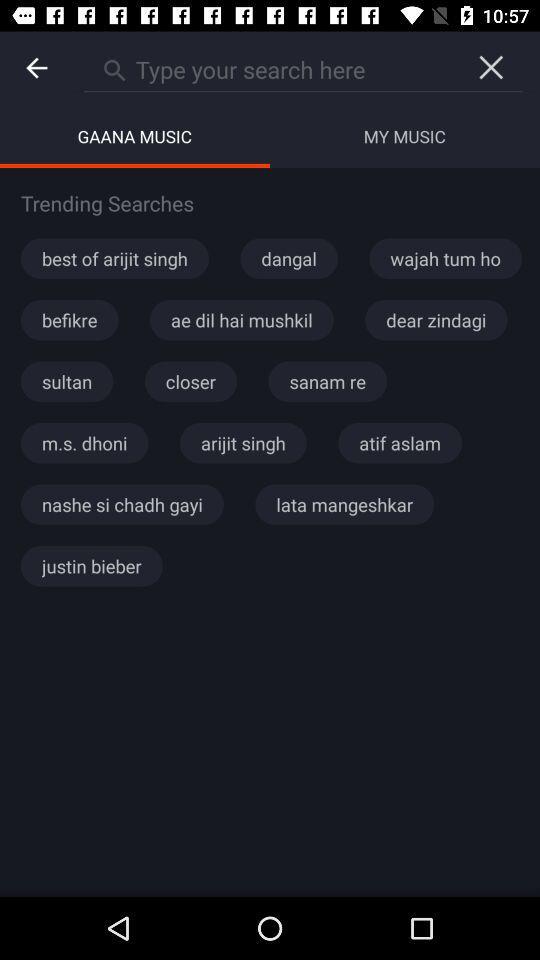 The image size is (540, 960). I want to click on the icon above gaana music icon, so click(270, 67).